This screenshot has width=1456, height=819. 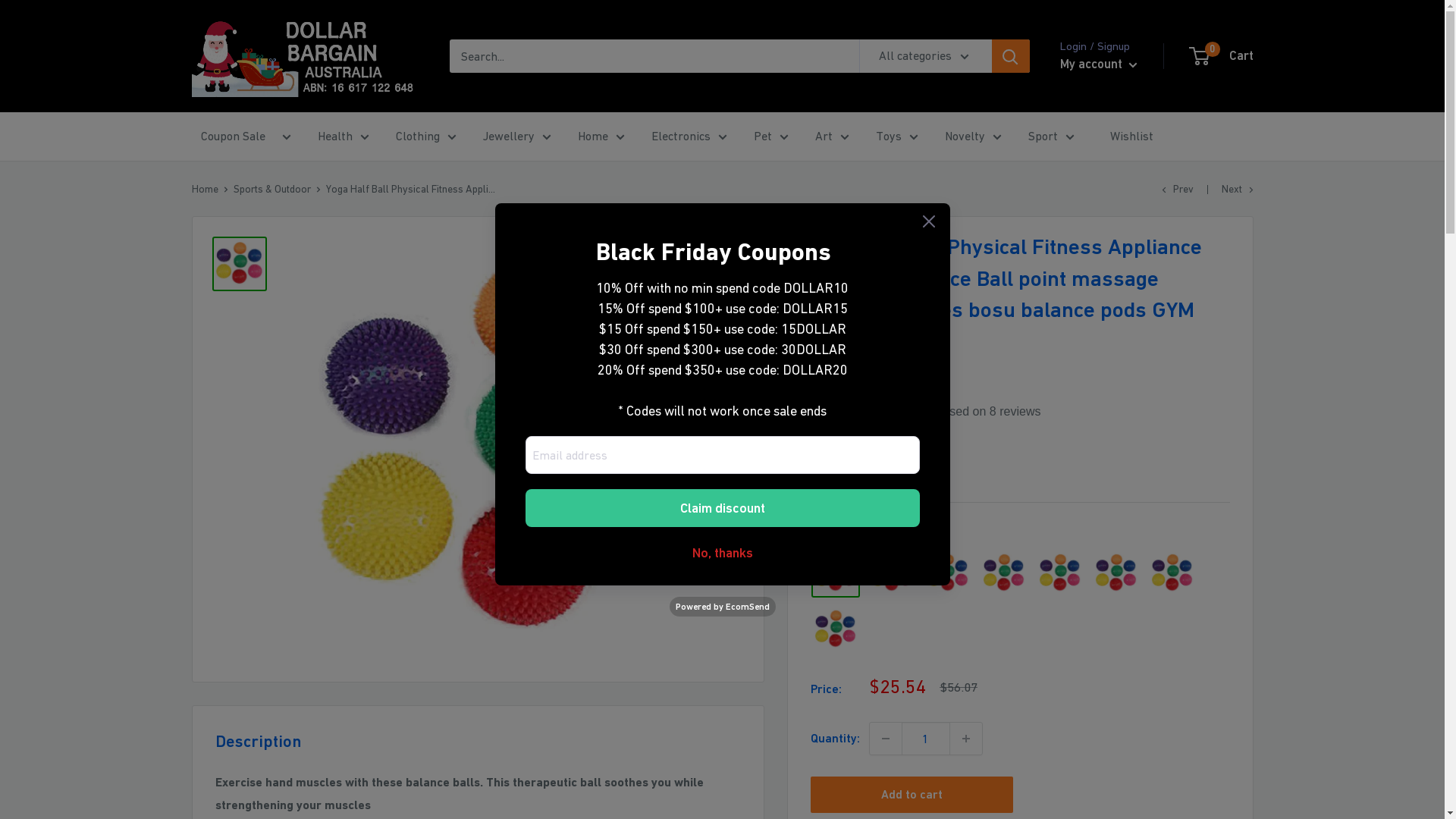 I want to click on '0, so click(x=1222, y=55).